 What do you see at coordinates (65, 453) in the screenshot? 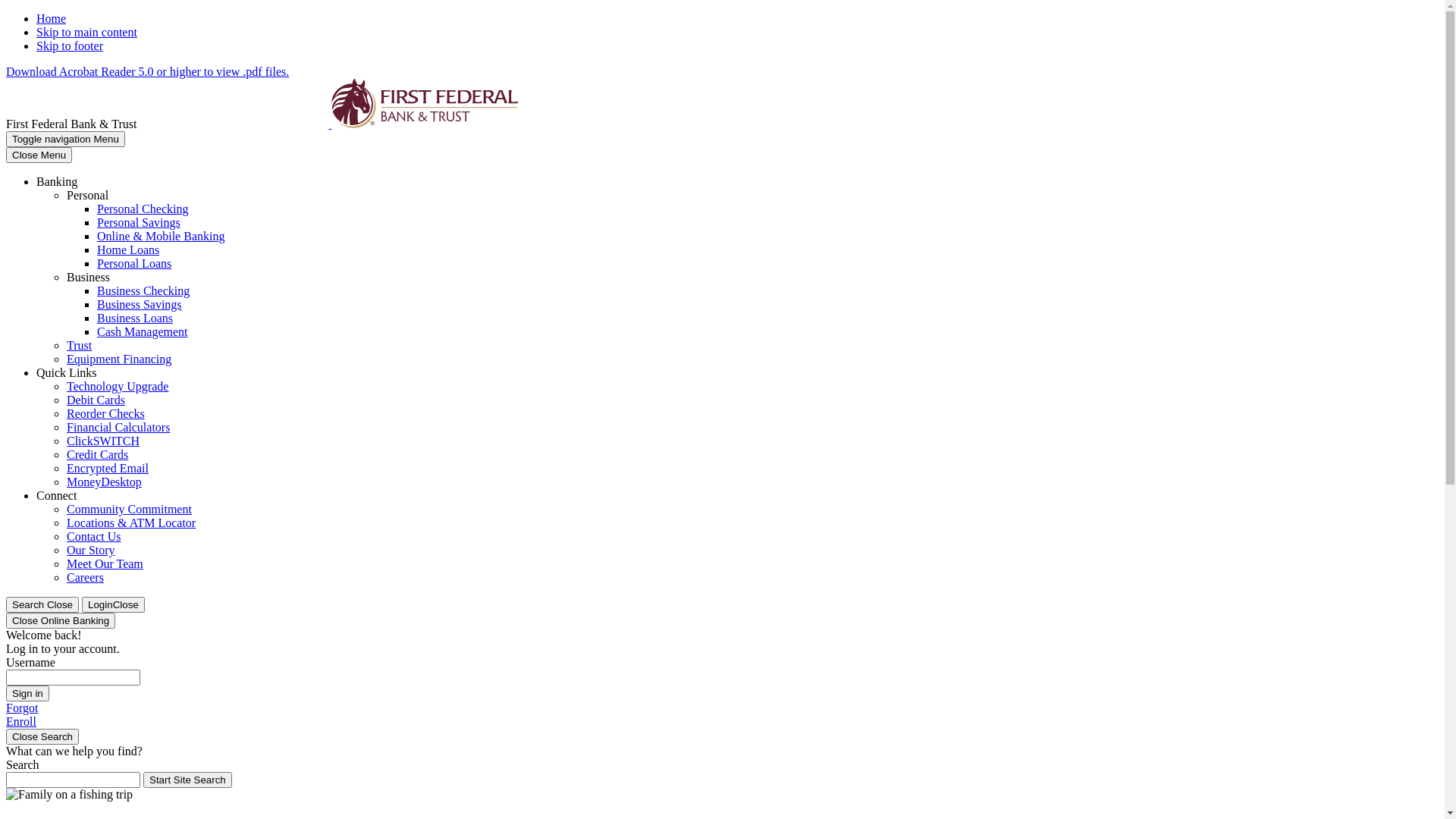
I see `'Credit Cards'` at bounding box center [65, 453].